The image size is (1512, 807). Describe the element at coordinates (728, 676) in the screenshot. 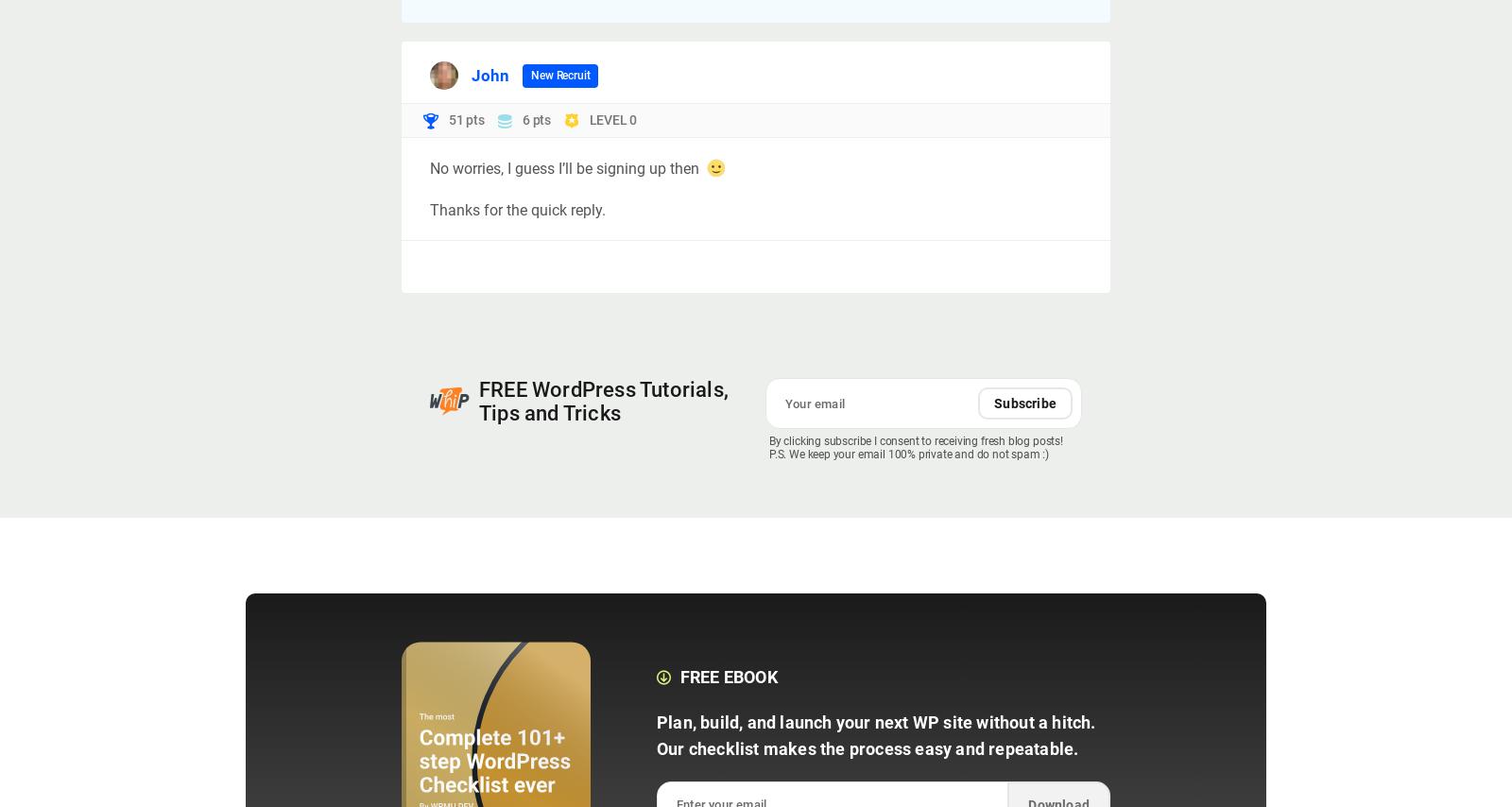

I see `'FREE EBOOK'` at that location.